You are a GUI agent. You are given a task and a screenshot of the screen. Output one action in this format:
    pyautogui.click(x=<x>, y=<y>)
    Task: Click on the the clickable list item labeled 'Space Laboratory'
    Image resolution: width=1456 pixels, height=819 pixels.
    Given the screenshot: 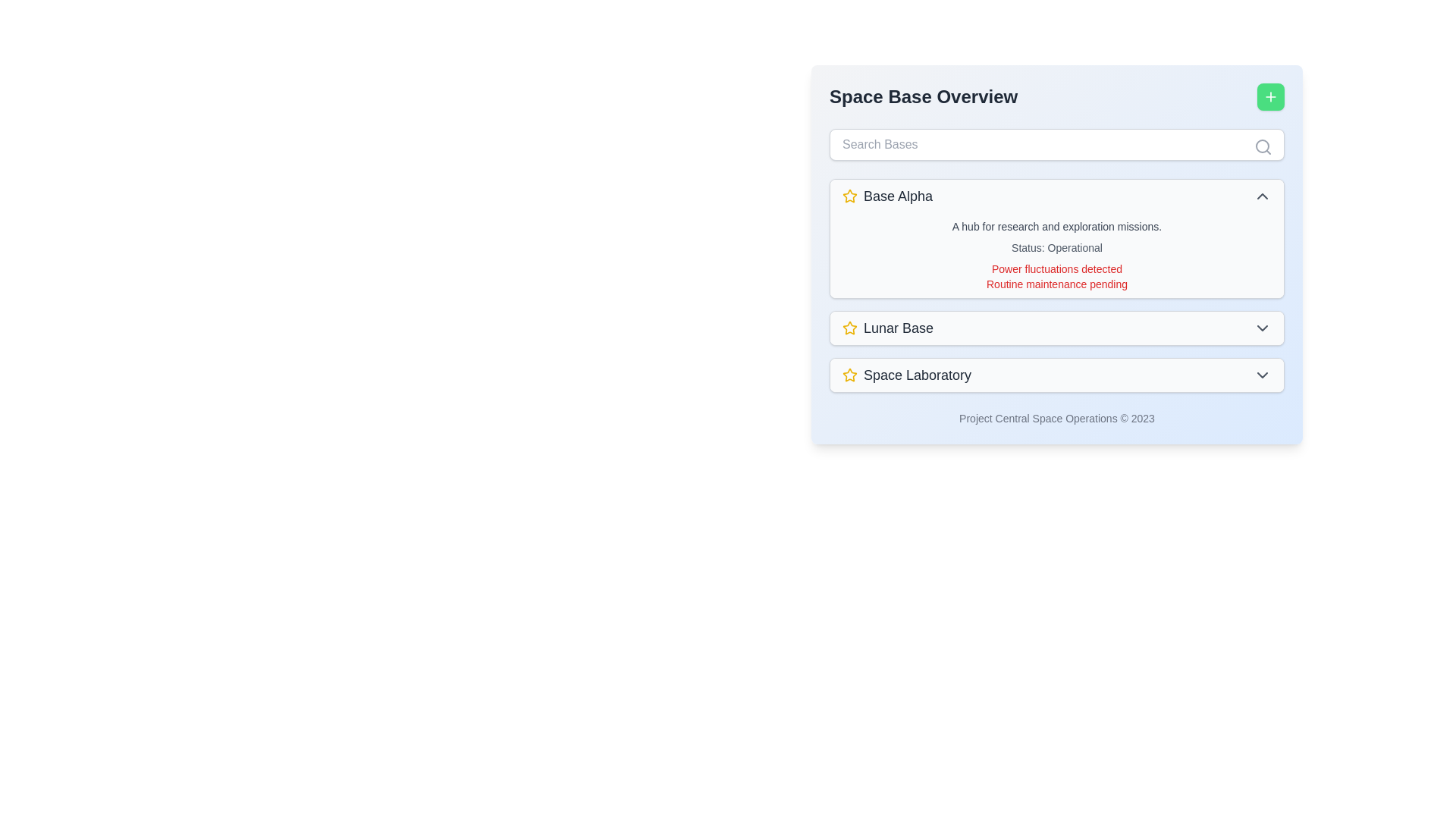 What is the action you would take?
    pyautogui.click(x=906, y=375)
    